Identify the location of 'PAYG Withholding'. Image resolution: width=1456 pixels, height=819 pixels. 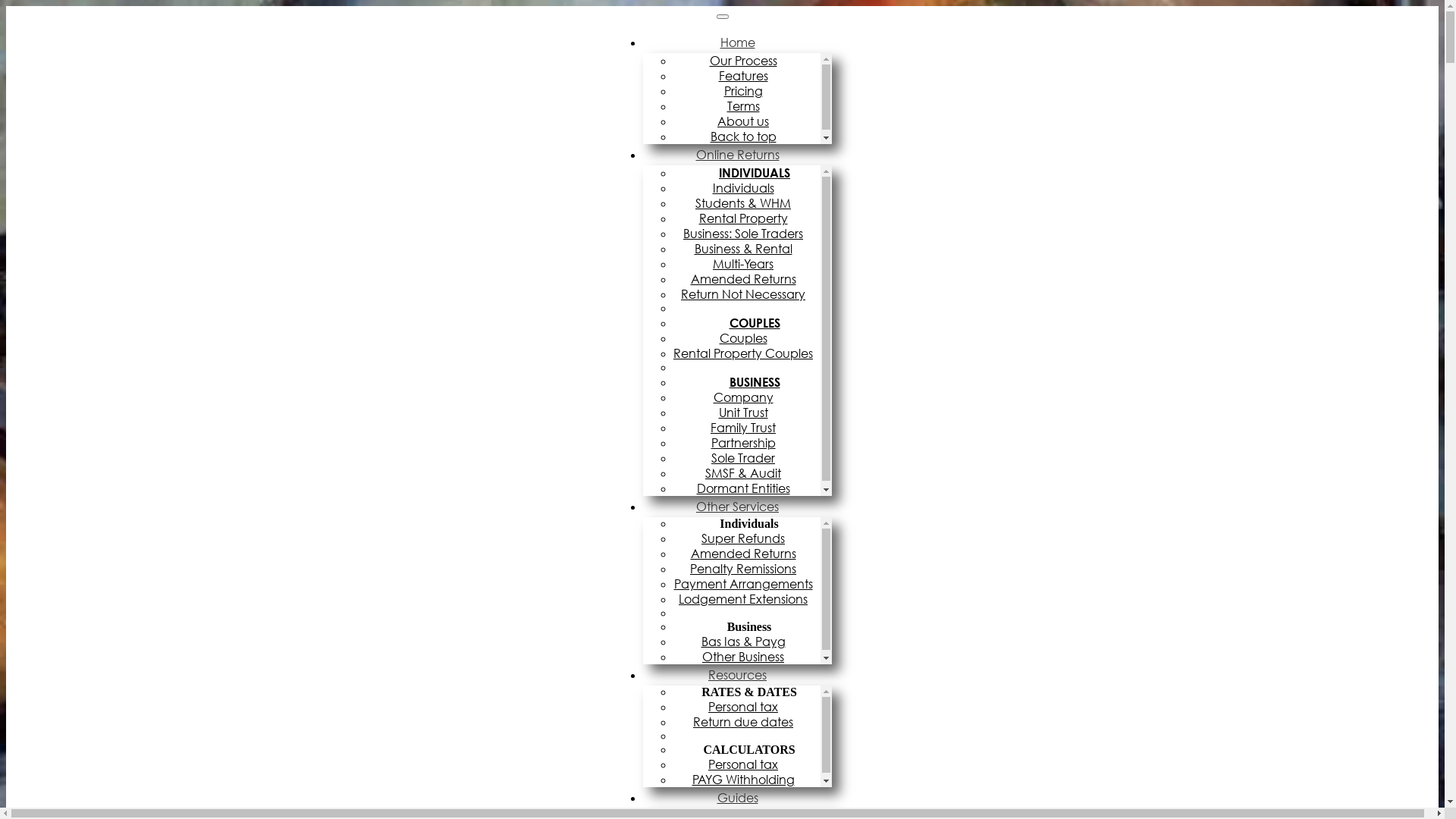
(691, 780).